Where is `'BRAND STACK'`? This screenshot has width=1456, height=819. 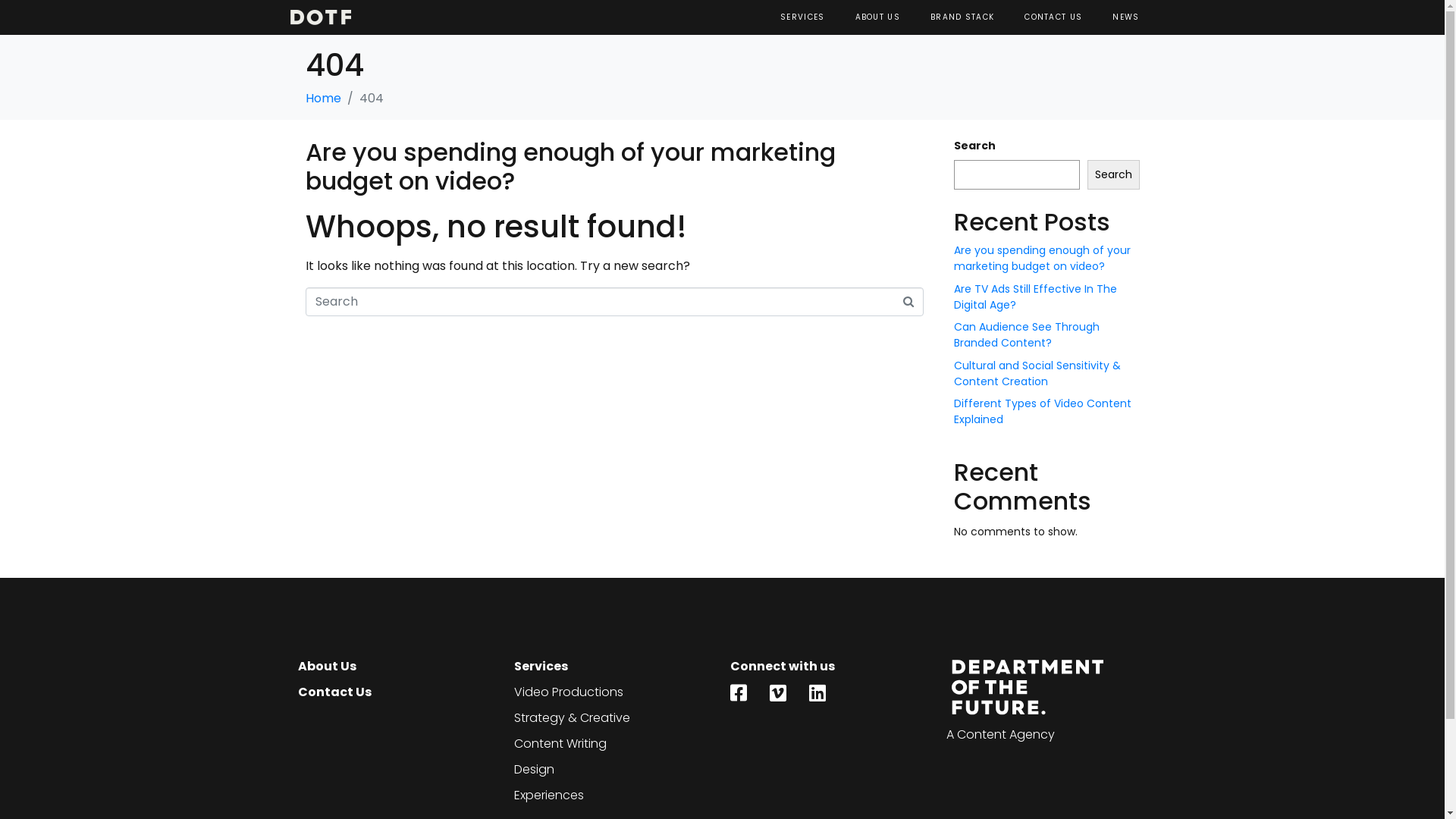 'BRAND STACK' is located at coordinates (961, 17).